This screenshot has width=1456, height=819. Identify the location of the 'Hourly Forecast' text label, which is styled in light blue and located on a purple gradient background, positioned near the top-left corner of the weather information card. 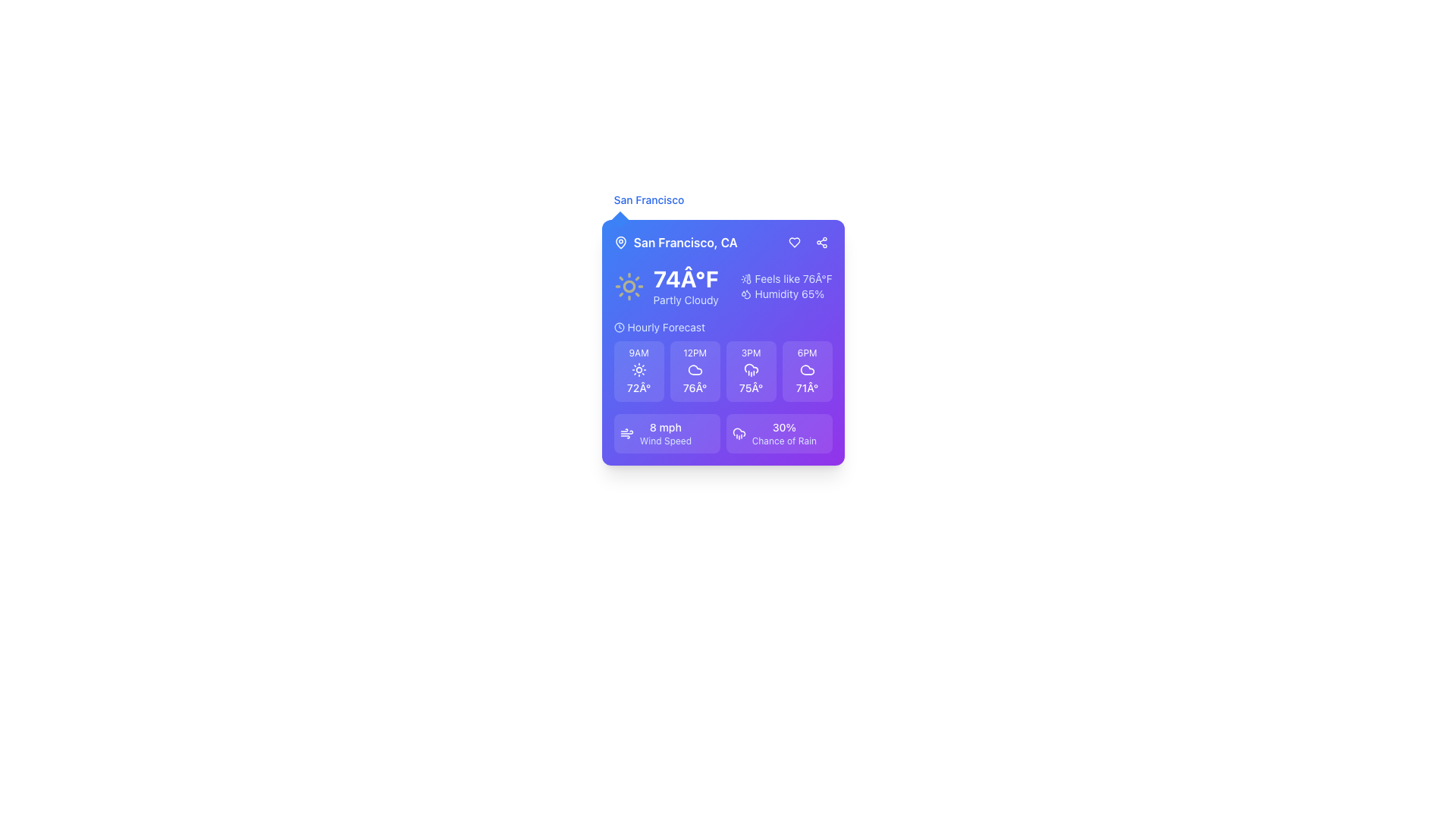
(666, 327).